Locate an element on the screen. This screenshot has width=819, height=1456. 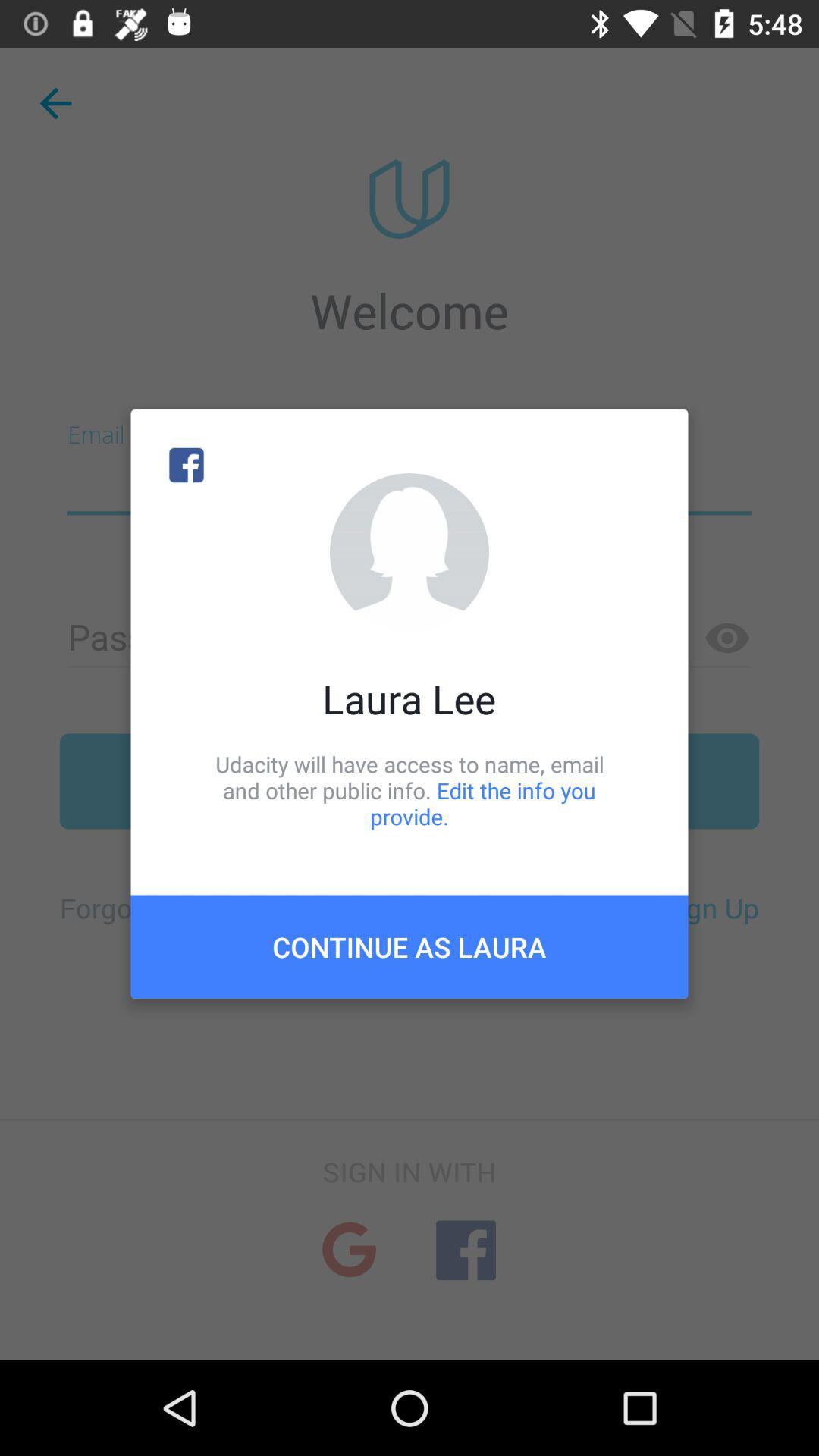
the udacity will have is located at coordinates (409, 789).